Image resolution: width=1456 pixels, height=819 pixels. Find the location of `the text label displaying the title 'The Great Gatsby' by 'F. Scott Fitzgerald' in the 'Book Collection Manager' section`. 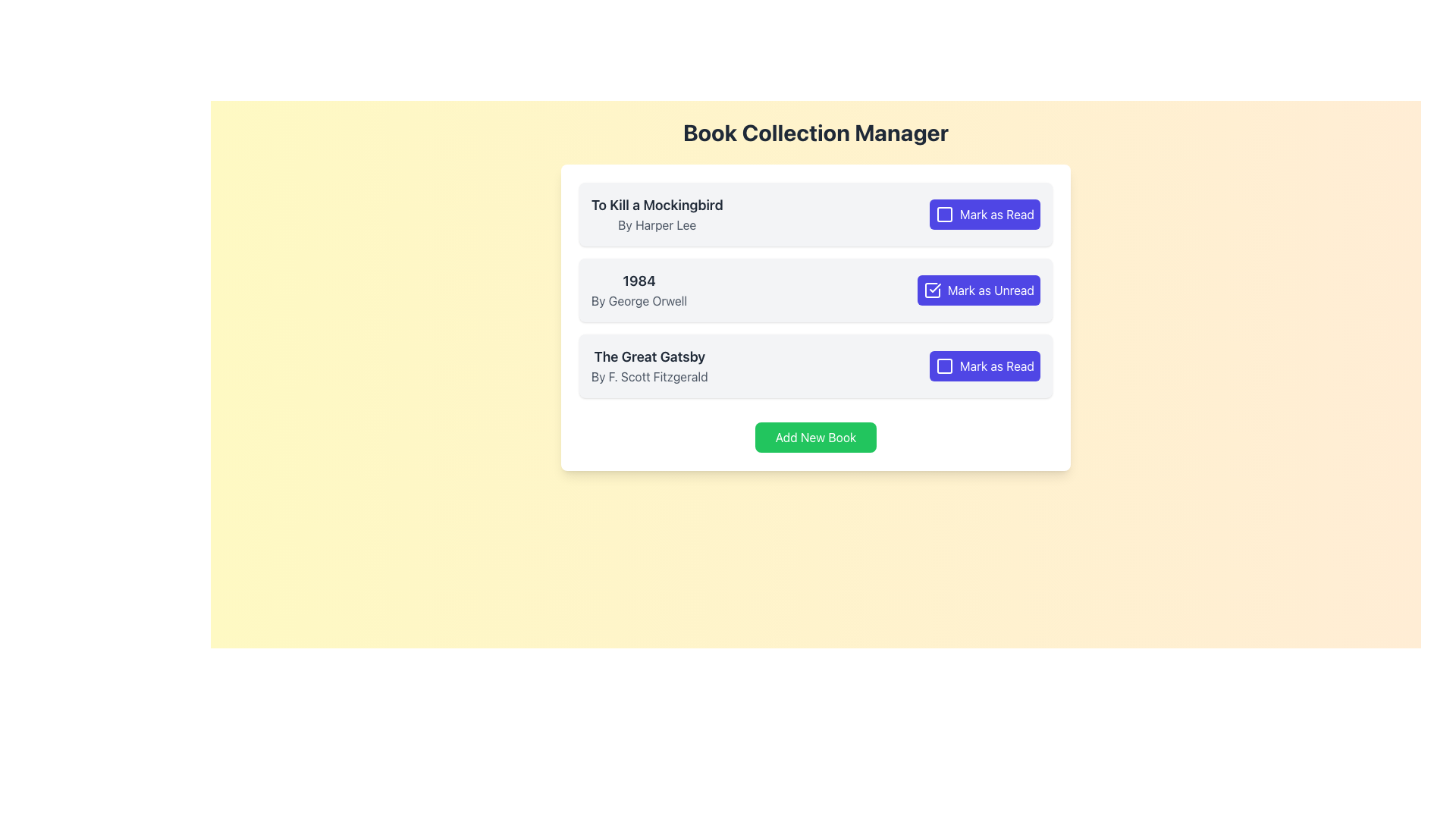

the text label displaying the title 'The Great Gatsby' by 'F. Scott Fitzgerald' in the 'Book Collection Manager' section is located at coordinates (649, 366).